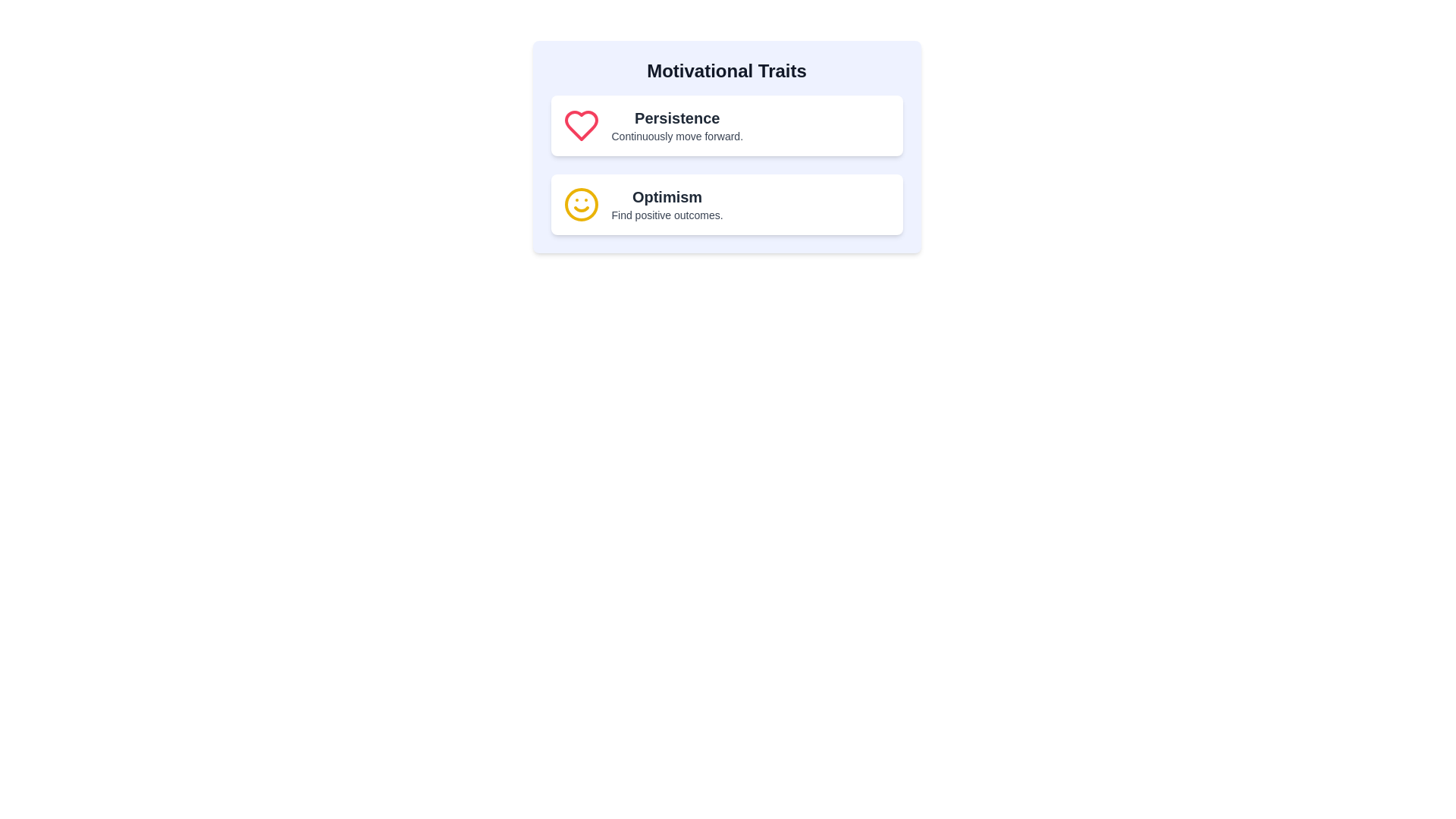  Describe the element at coordinates (580, 124) in the screenshot. I see `the heart icon located in the first row under 'Motivational Traits', to the left of the text 'Persistence'` at that location.